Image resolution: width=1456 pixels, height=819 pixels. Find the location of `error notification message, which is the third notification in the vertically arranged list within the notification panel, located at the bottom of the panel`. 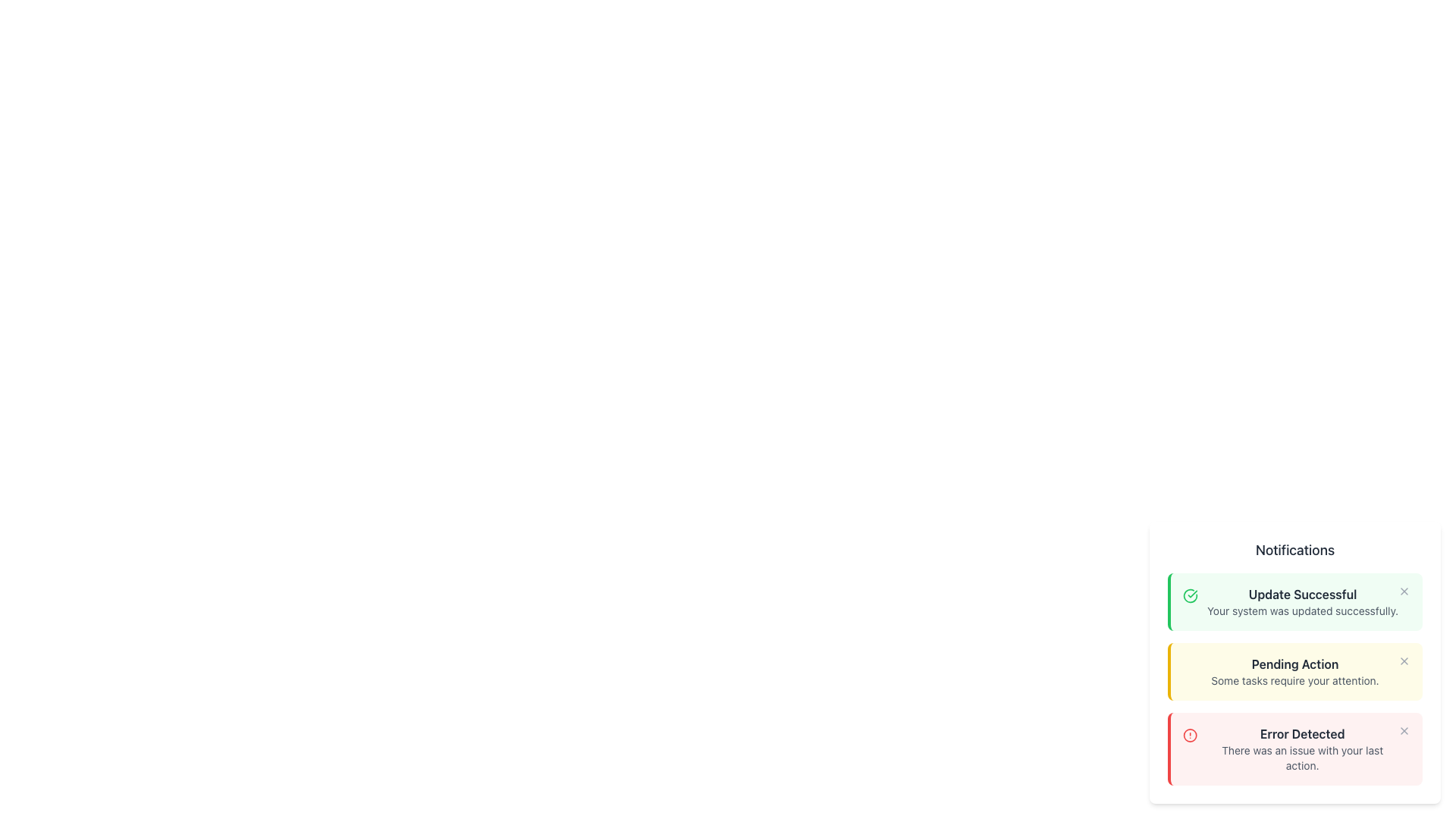

error notification message, which is the third notification in the vertically arranged list within the notification panel, located at the bottom of the panel is located at coordinates (1301, 748).